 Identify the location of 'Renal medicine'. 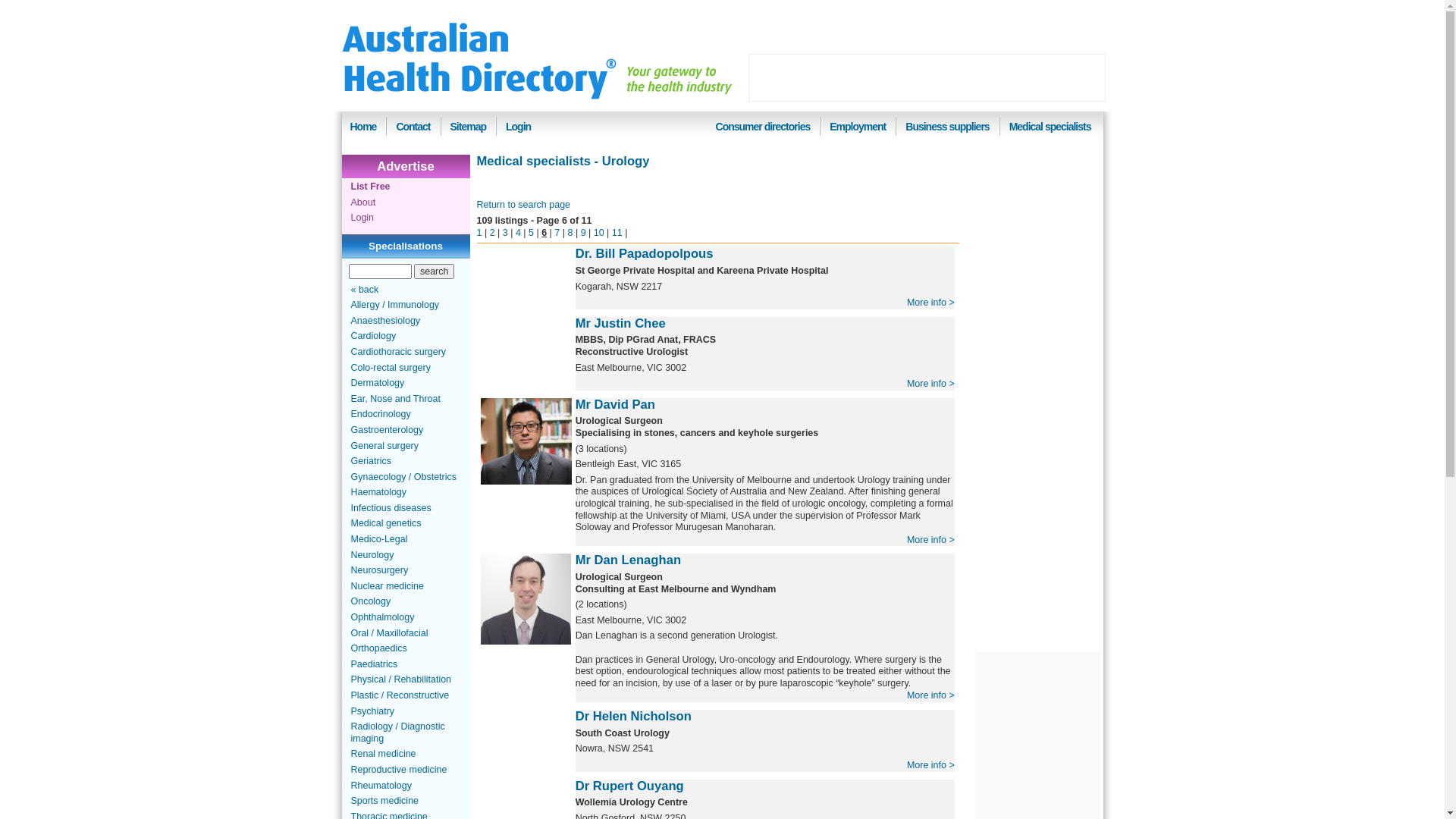
(382, 754).